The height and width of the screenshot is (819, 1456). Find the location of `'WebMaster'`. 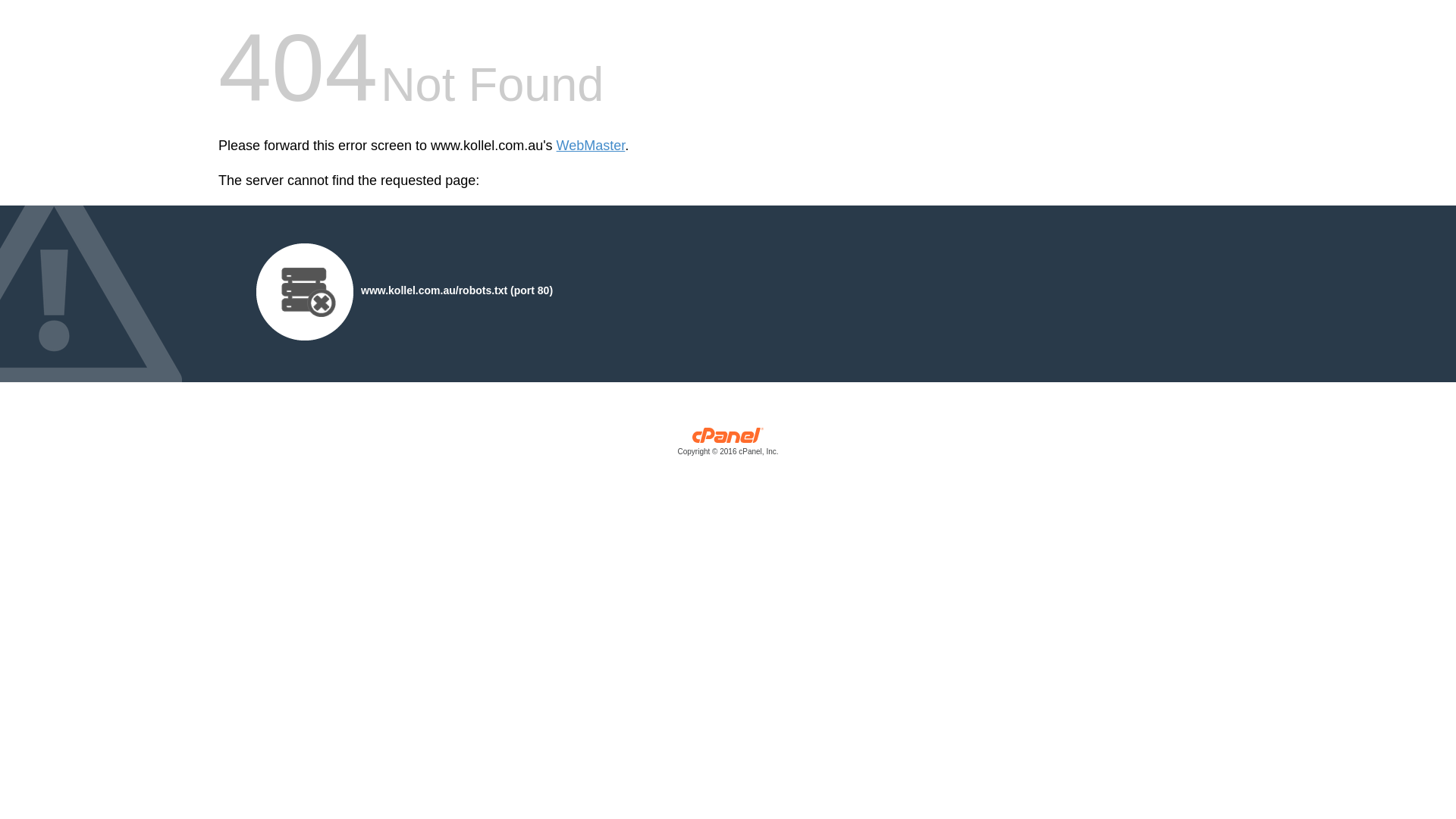

'WebMaster' is located at coordinates (556, 146).